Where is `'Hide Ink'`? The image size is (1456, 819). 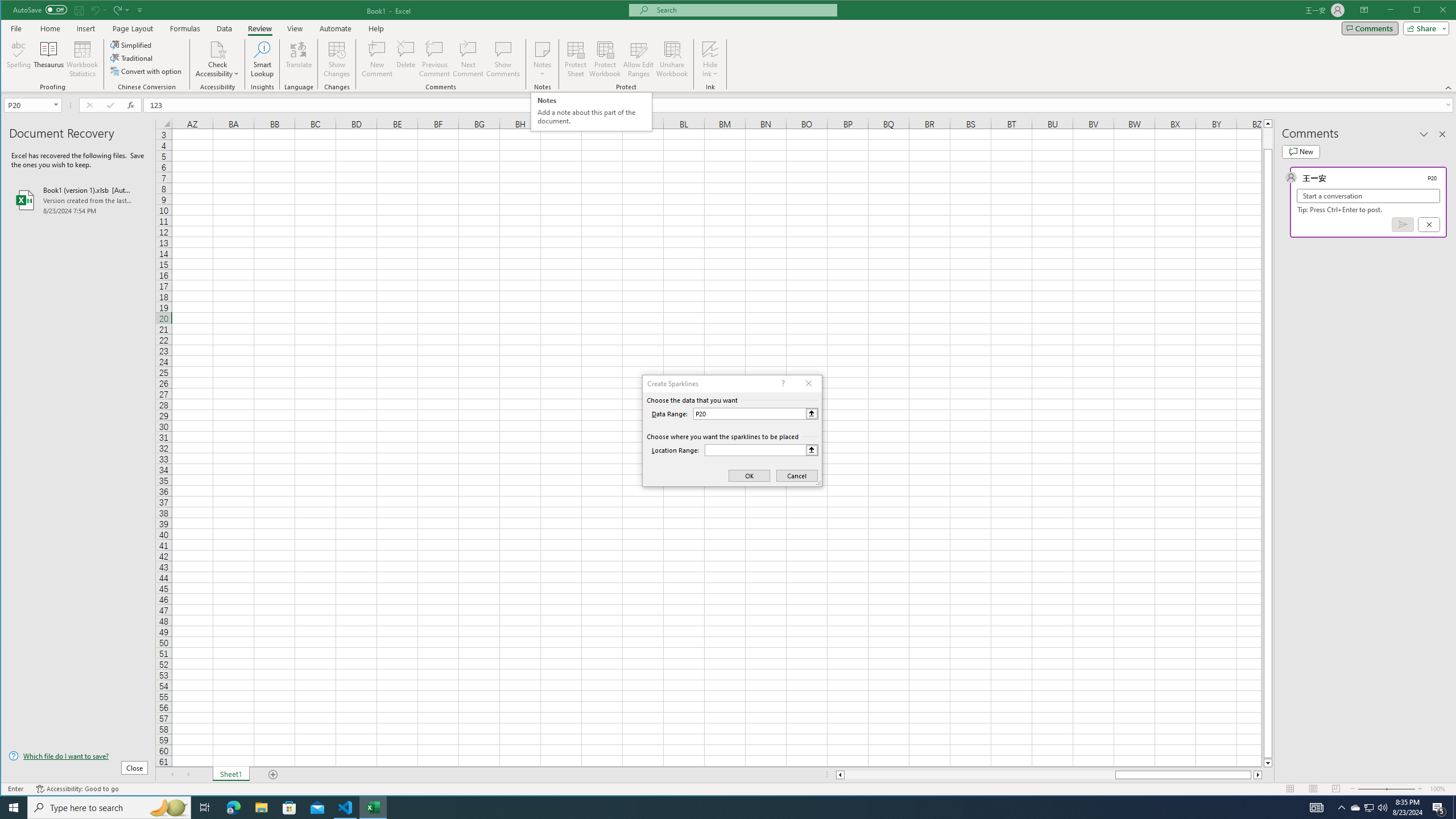
'Hide Ink' is located at coordinates (710, 59).